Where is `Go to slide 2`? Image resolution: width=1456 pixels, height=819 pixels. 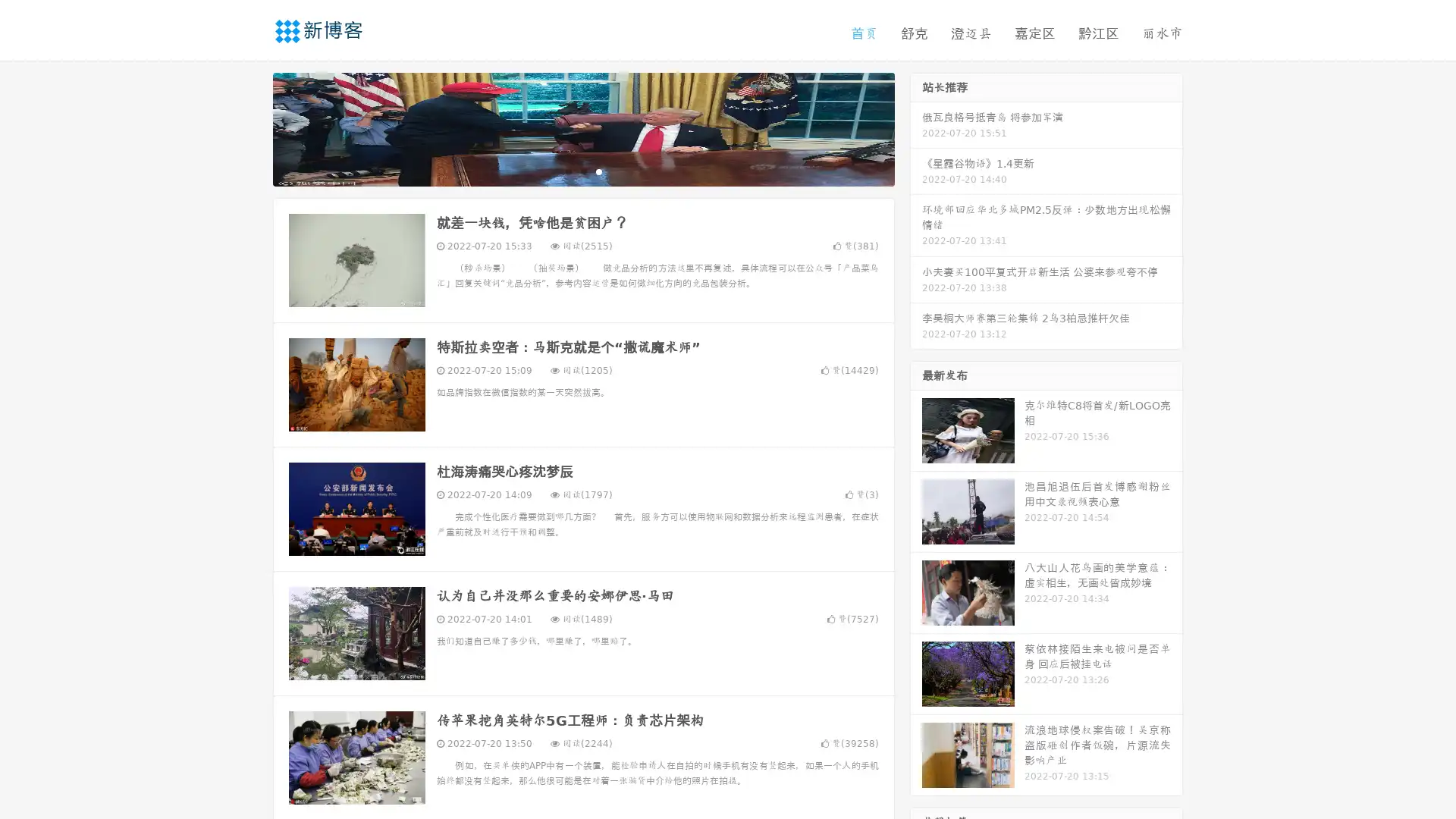 Go to slide 2 is located at coordinates (582, 171).